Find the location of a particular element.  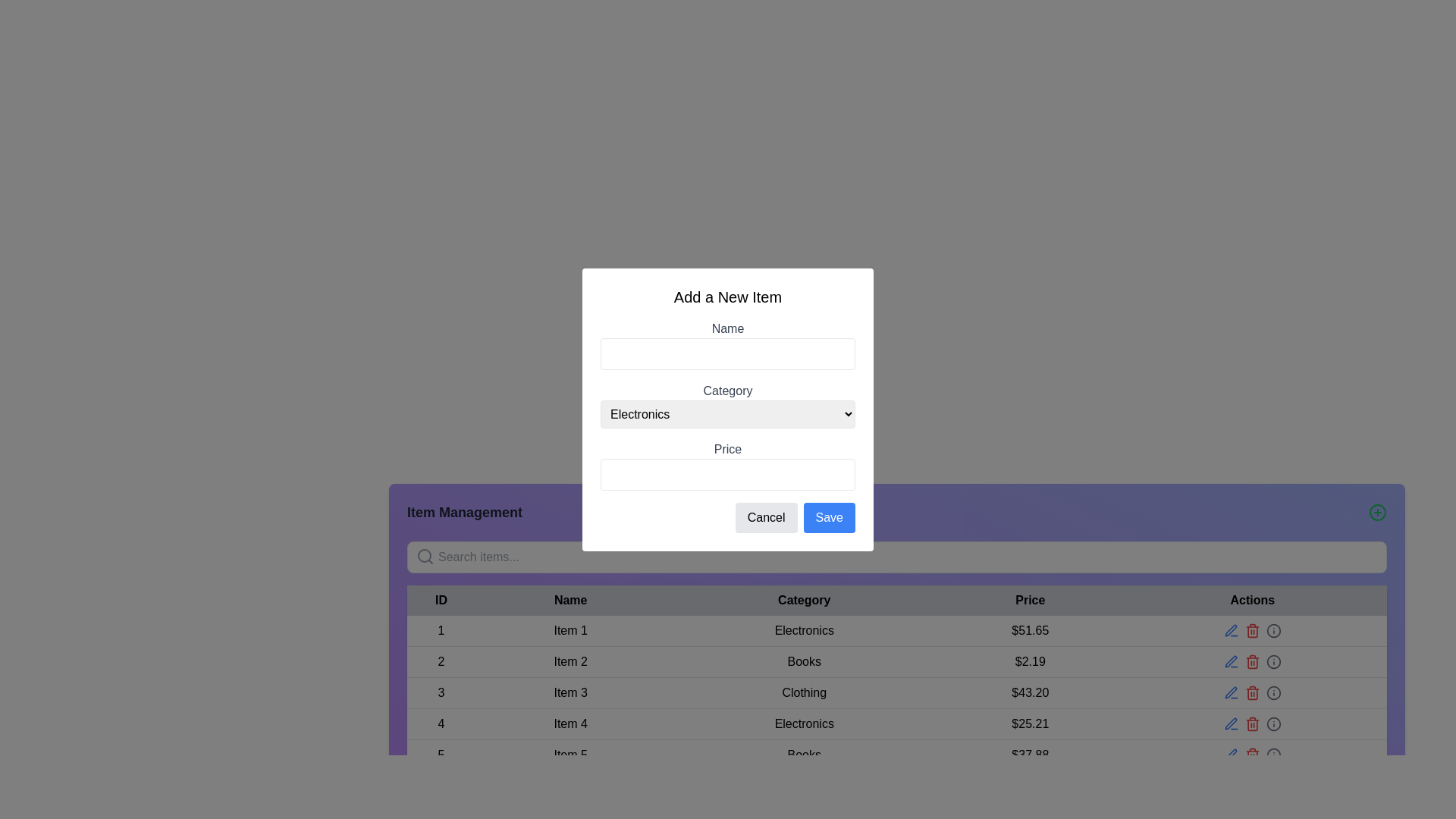

the text display element showing the numeral '2' in the ID column of the table, located in the second row is located at coordinates (440, 661).